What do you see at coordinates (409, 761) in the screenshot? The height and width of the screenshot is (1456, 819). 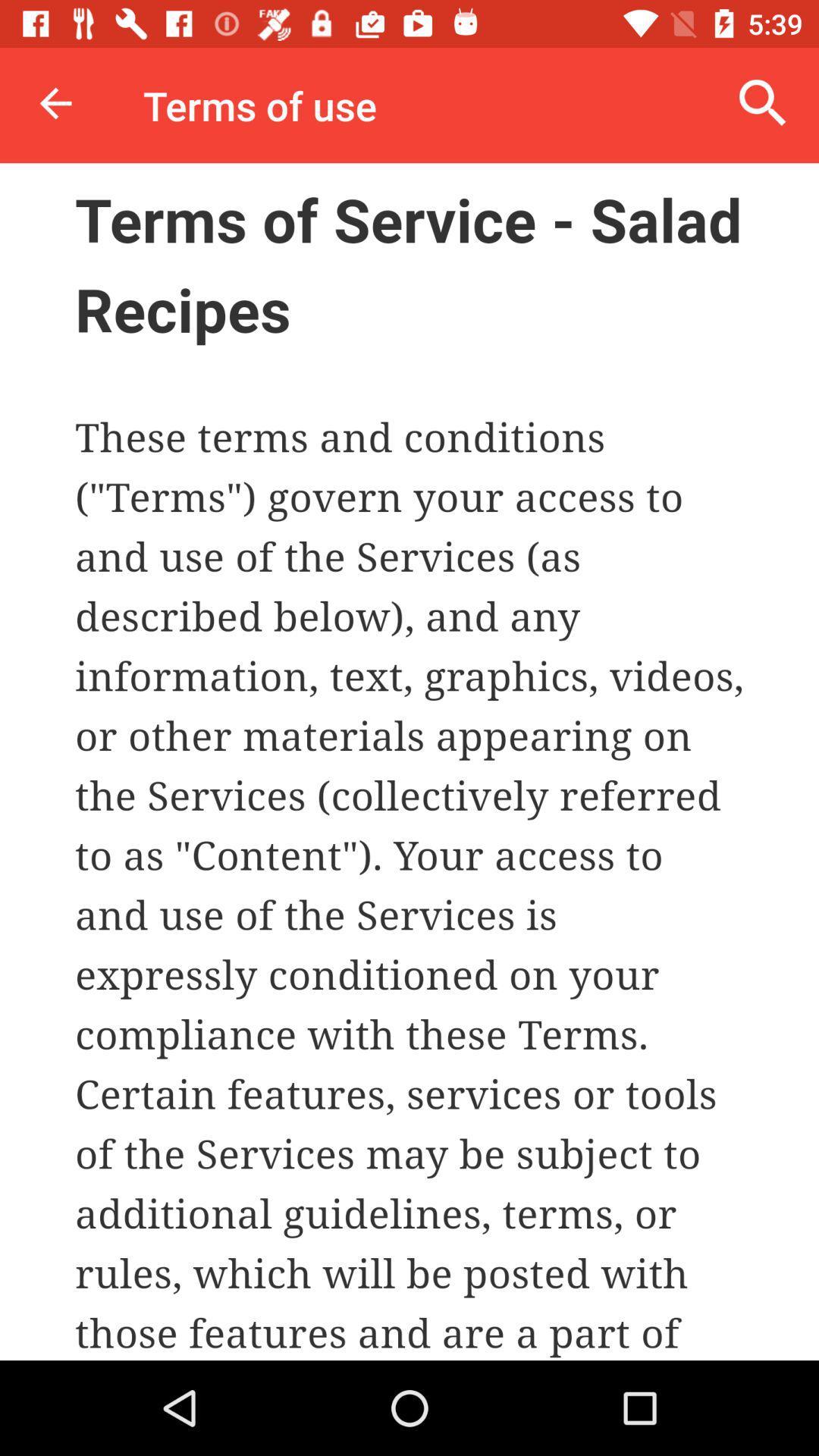 I see `share the article` at bounding box center [409, 761].